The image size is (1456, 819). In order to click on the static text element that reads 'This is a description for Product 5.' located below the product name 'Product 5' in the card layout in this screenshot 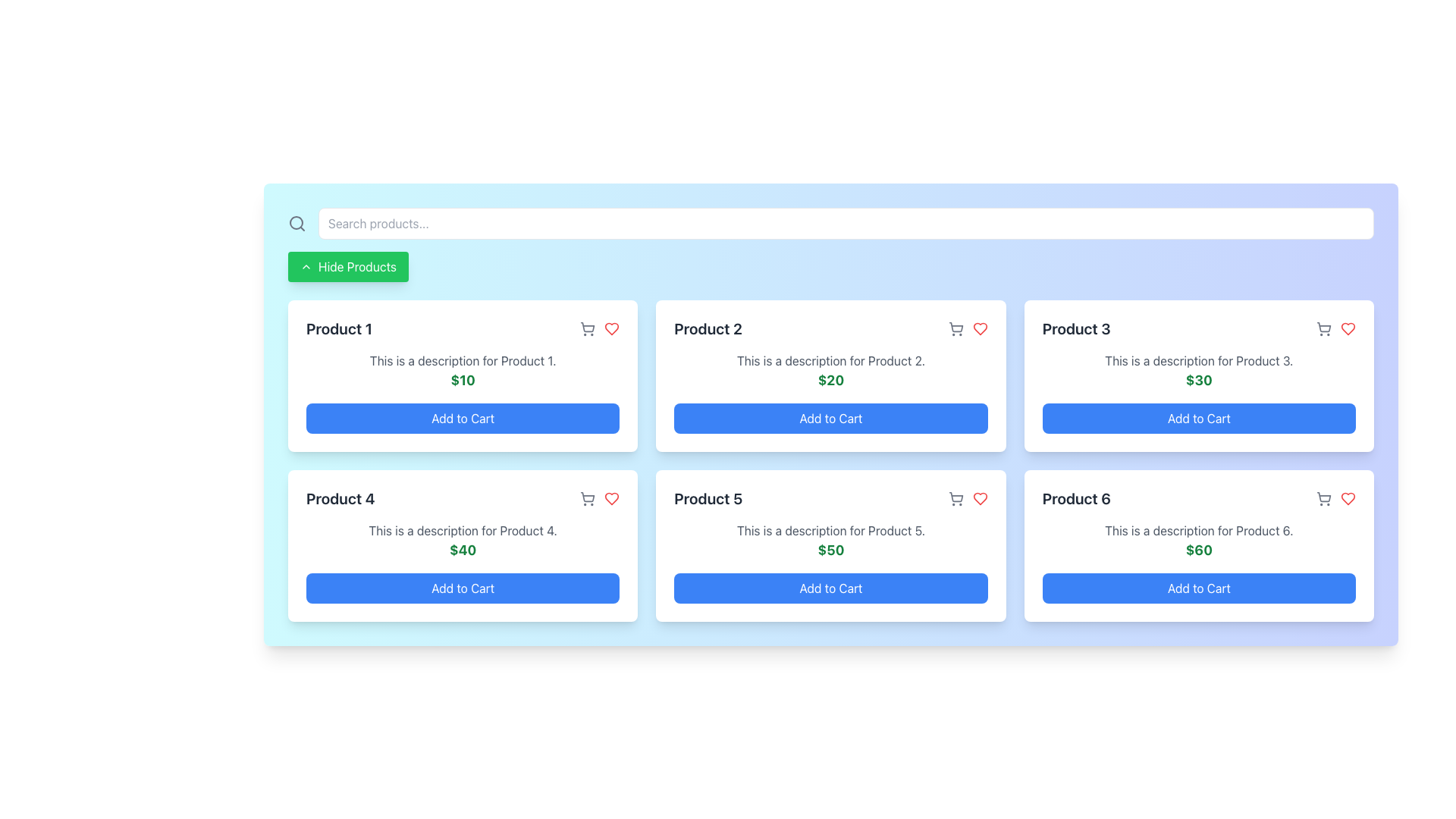, I will do `click(830, 529)`.